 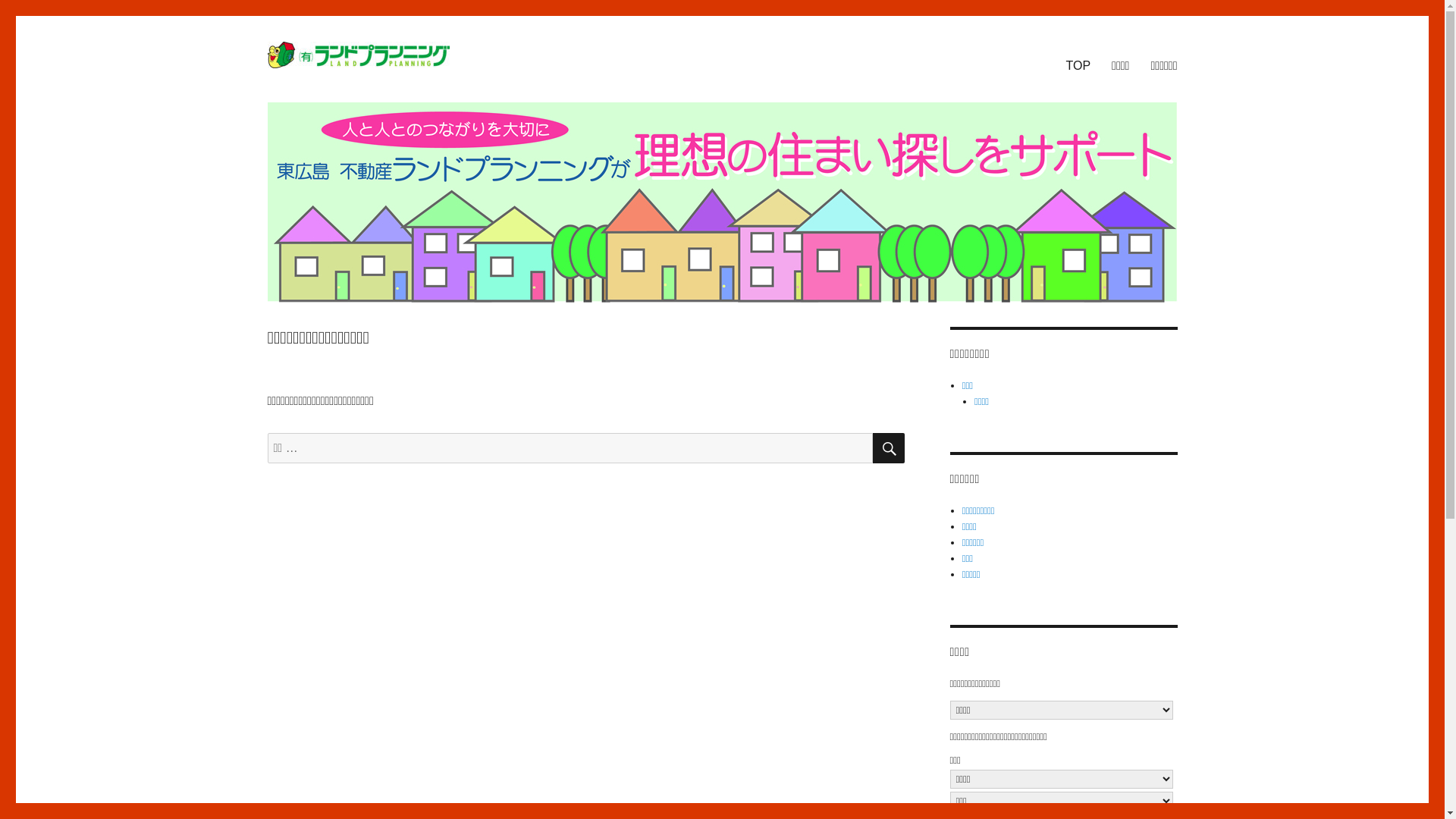 What do you see at coordinates (1077, 64) in the screenshot?
I see `'TOP'` at bounding box center [1077, 64].